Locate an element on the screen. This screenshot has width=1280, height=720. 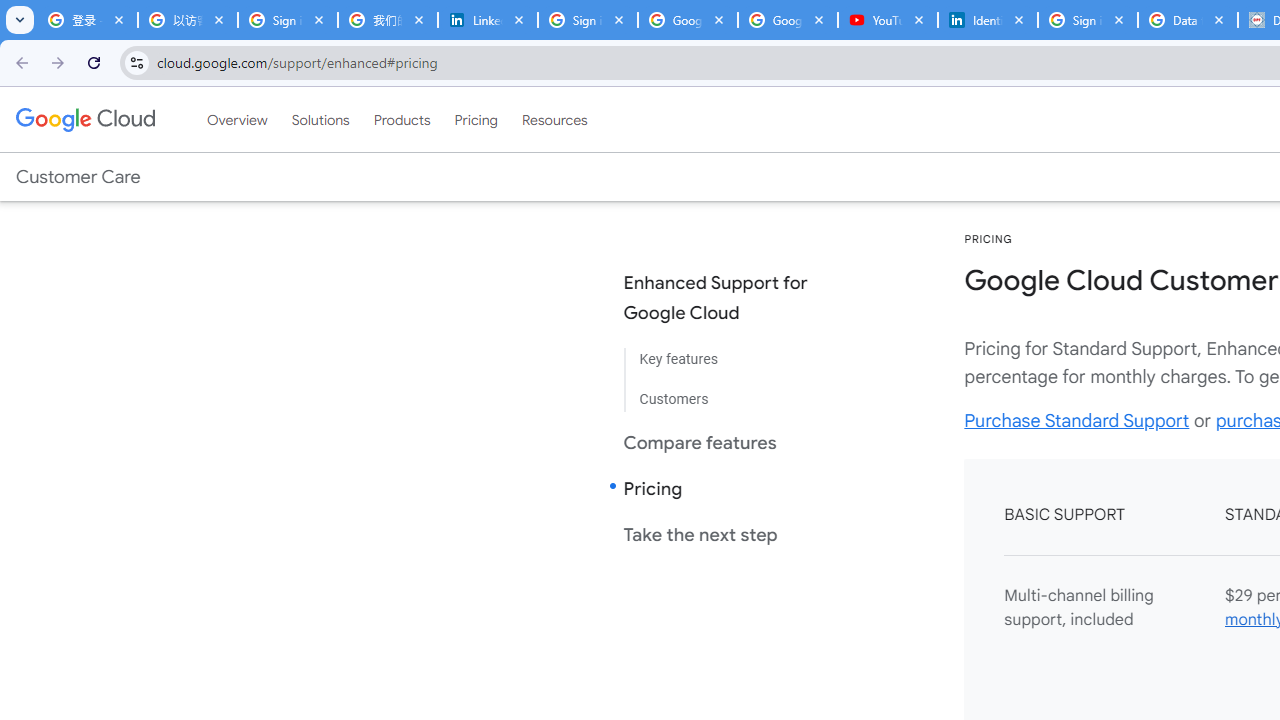
'Compare features' is located at coordinates (731, 441).